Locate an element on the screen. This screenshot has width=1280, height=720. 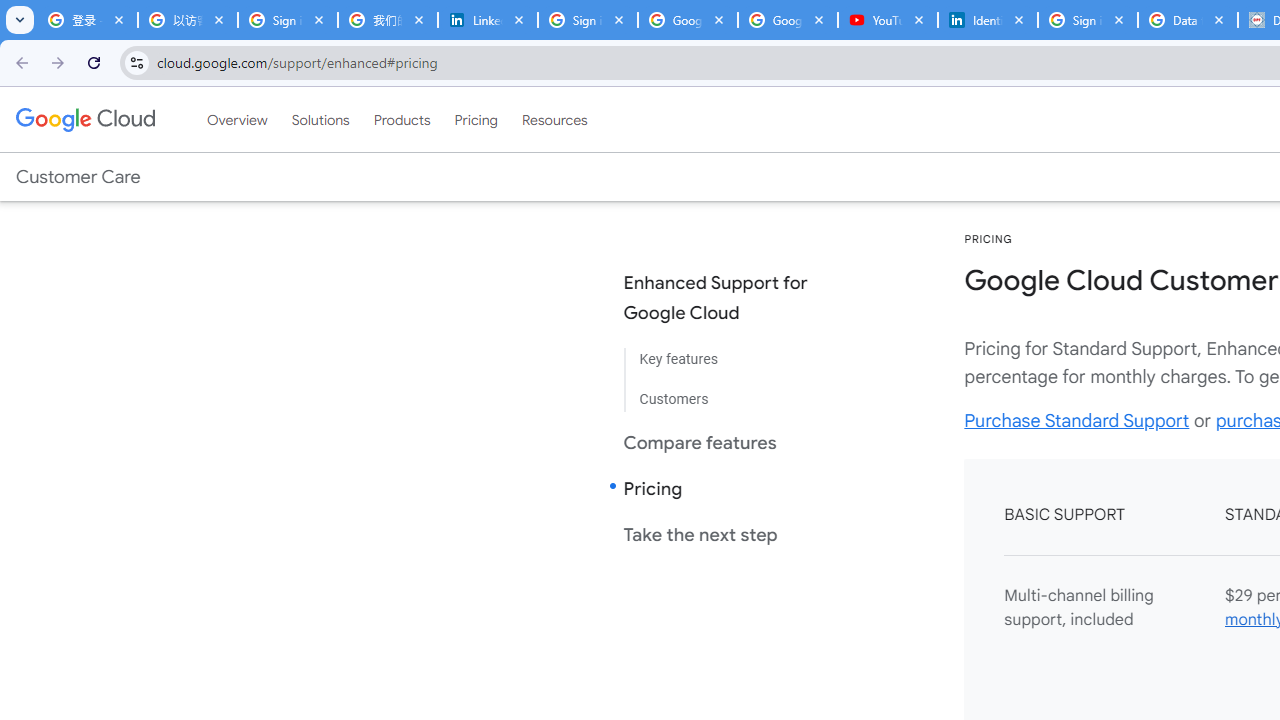
'Compare features' is located at coordinates (731, 441).